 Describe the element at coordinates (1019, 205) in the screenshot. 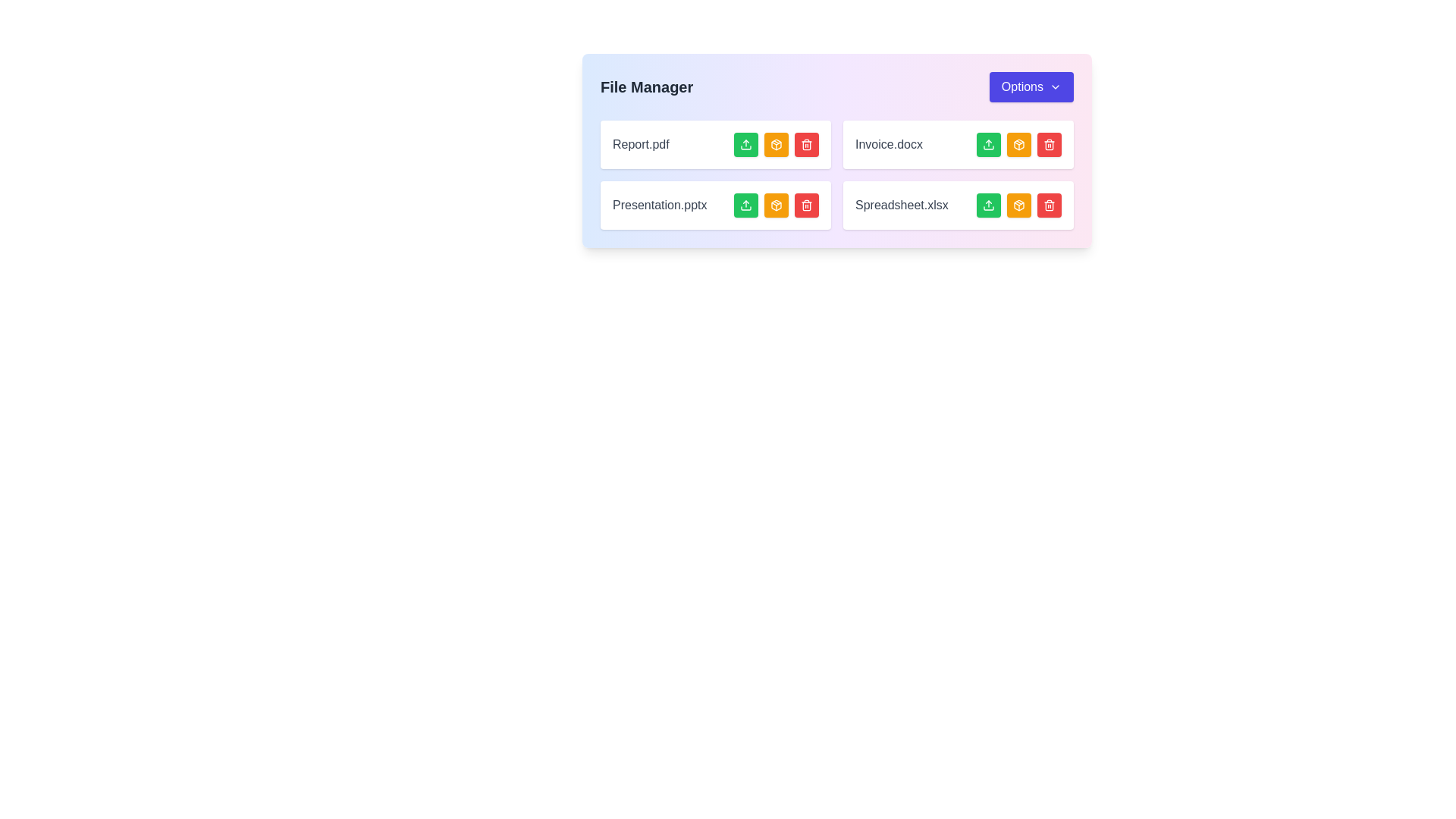

I see `the archive or package files icon located in the bottom row of action icons for 'Spreadsheet.xlsx', positioned between the upward arrow icon and the trash can icon` at that location.